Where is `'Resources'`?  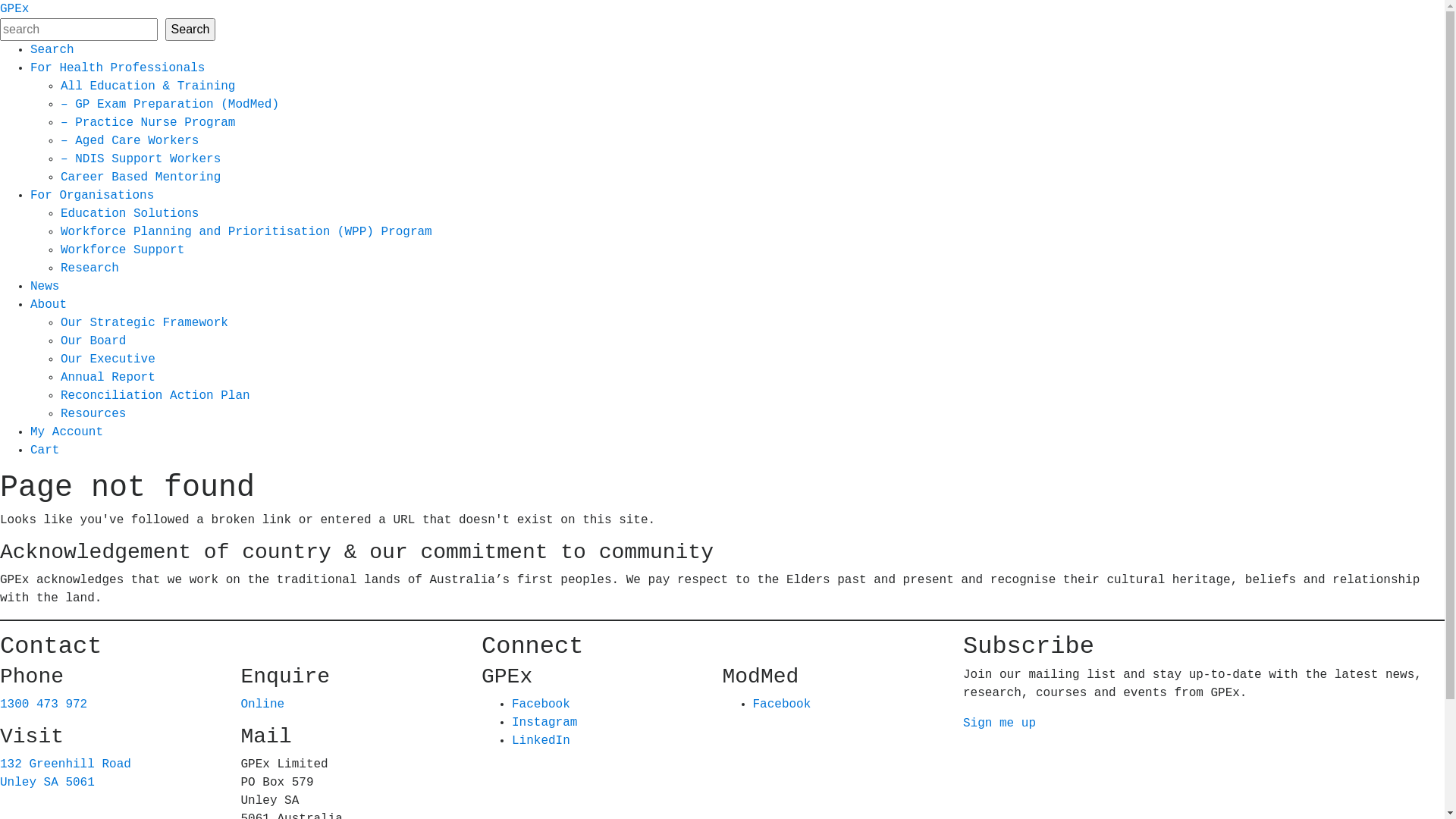 'Resources' is located at coordinates (93, 414).